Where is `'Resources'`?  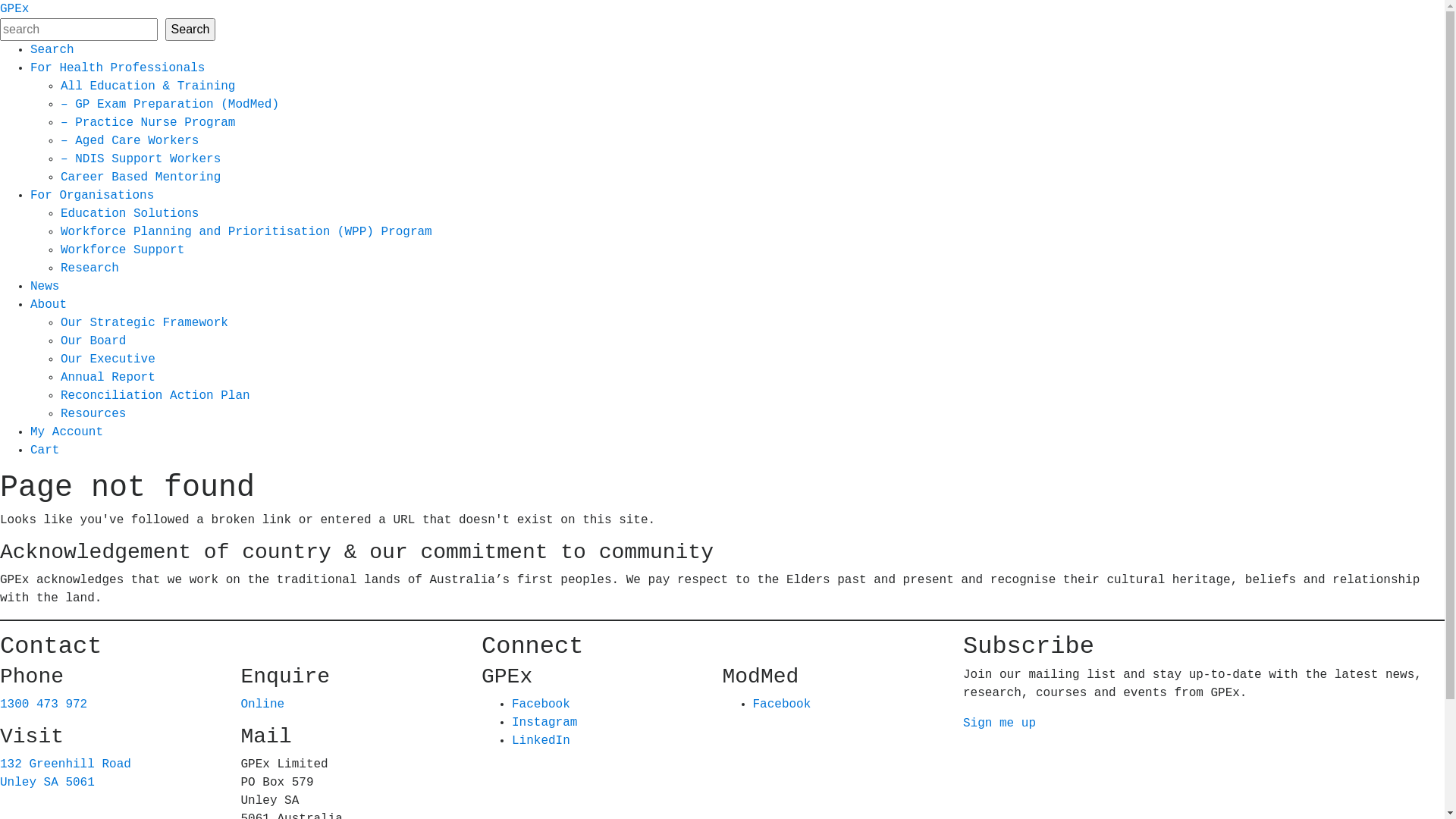 'Resources' is located at coordinates (93, 414).